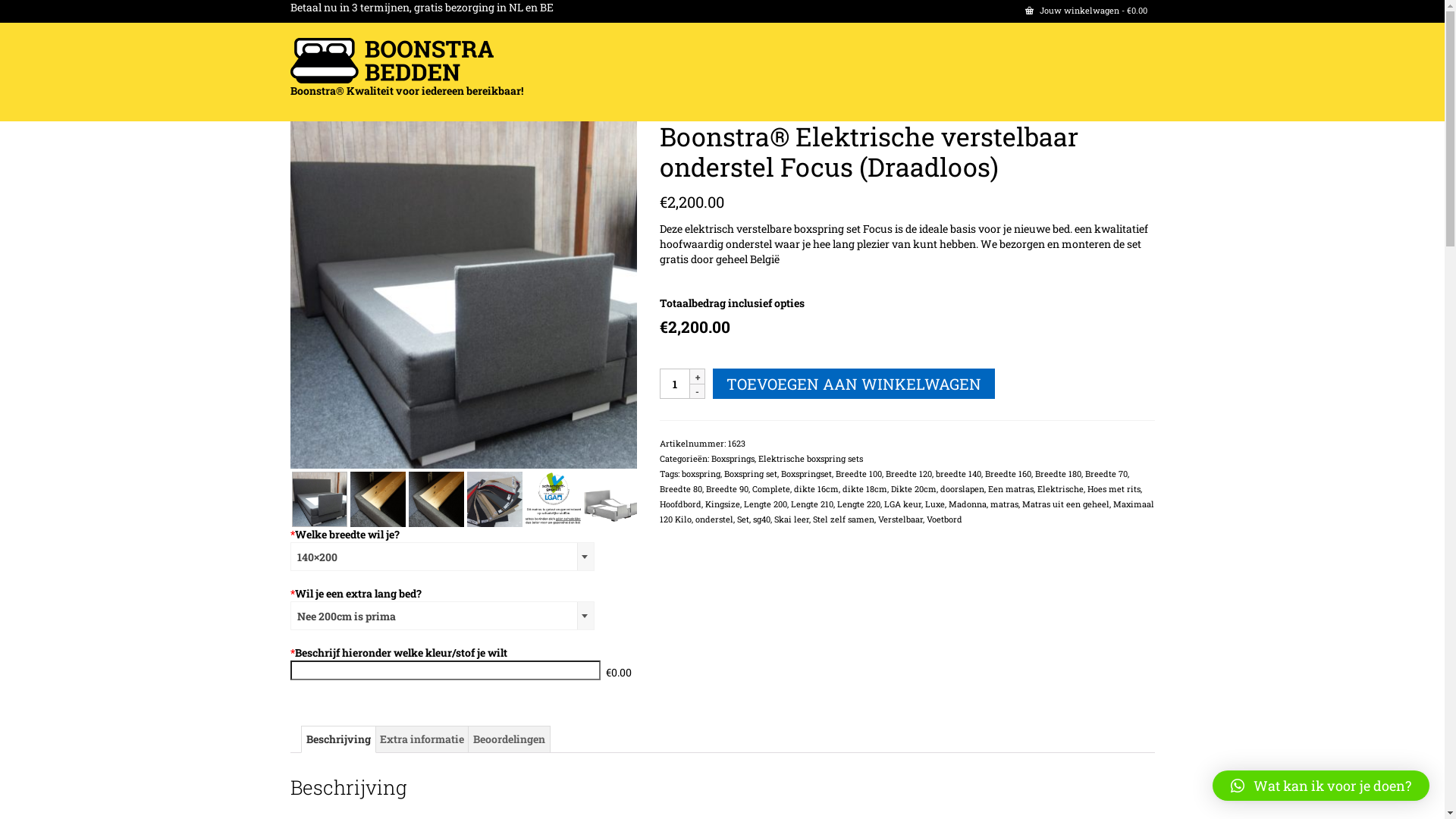 The image size is (1456, 819). I want to click on 'Skai leer', so click(790, 518).